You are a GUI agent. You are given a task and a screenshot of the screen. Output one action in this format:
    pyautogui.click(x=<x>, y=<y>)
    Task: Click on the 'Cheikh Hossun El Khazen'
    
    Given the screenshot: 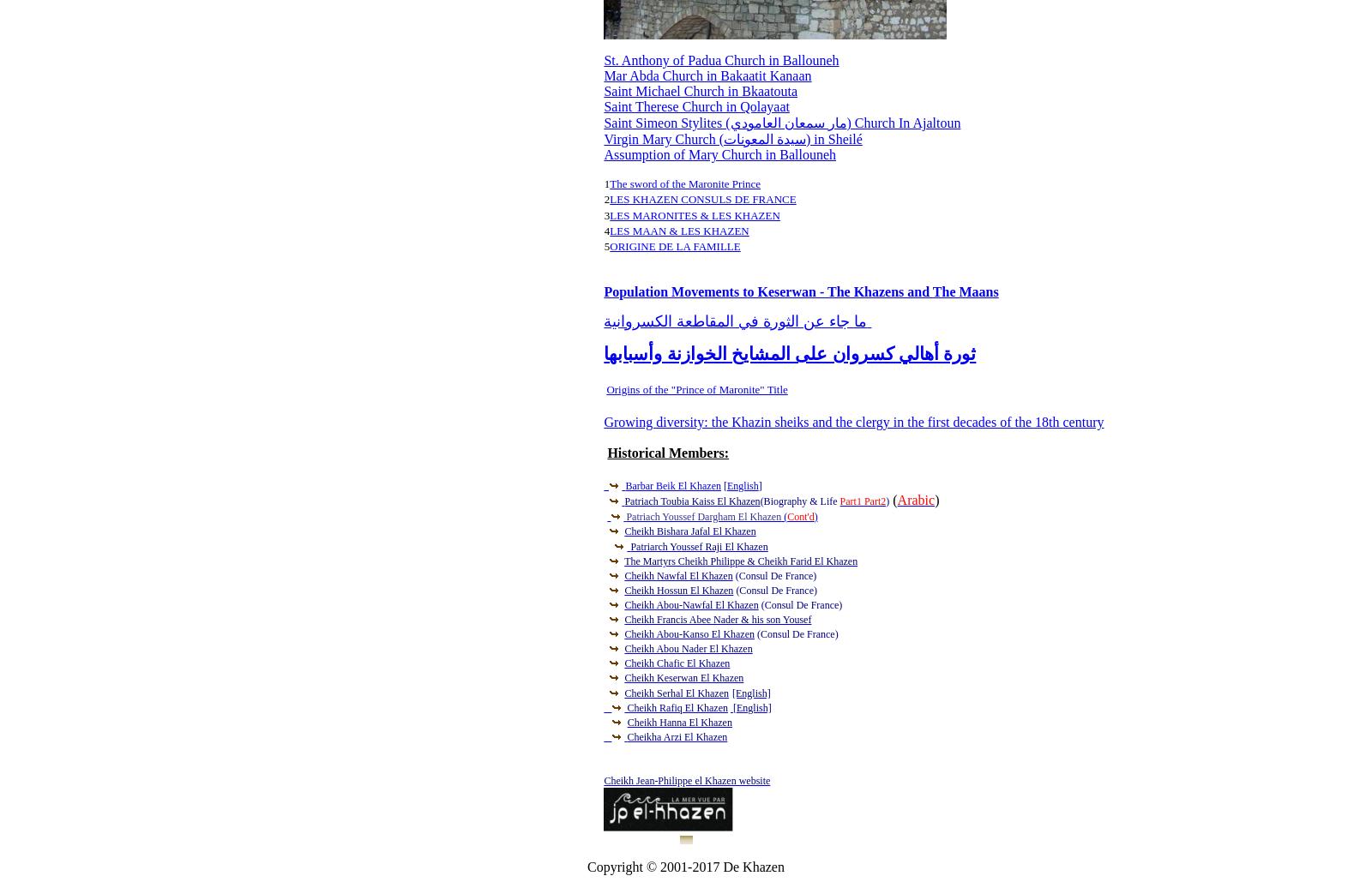 What is the action you would take?
    pyautogui.click(x=624, y=588)
    